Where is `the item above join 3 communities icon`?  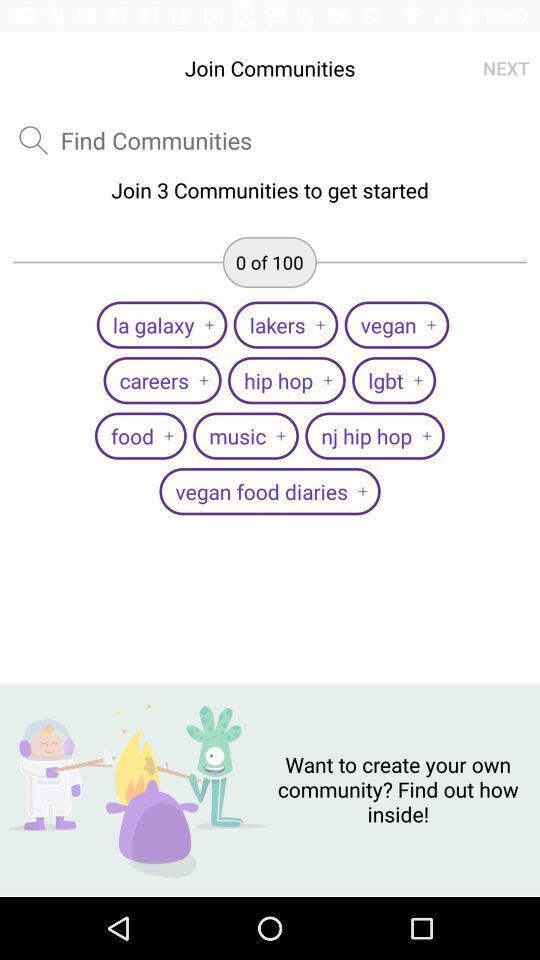 the item above join 3 communities icon is located at coordinates (505, 68).